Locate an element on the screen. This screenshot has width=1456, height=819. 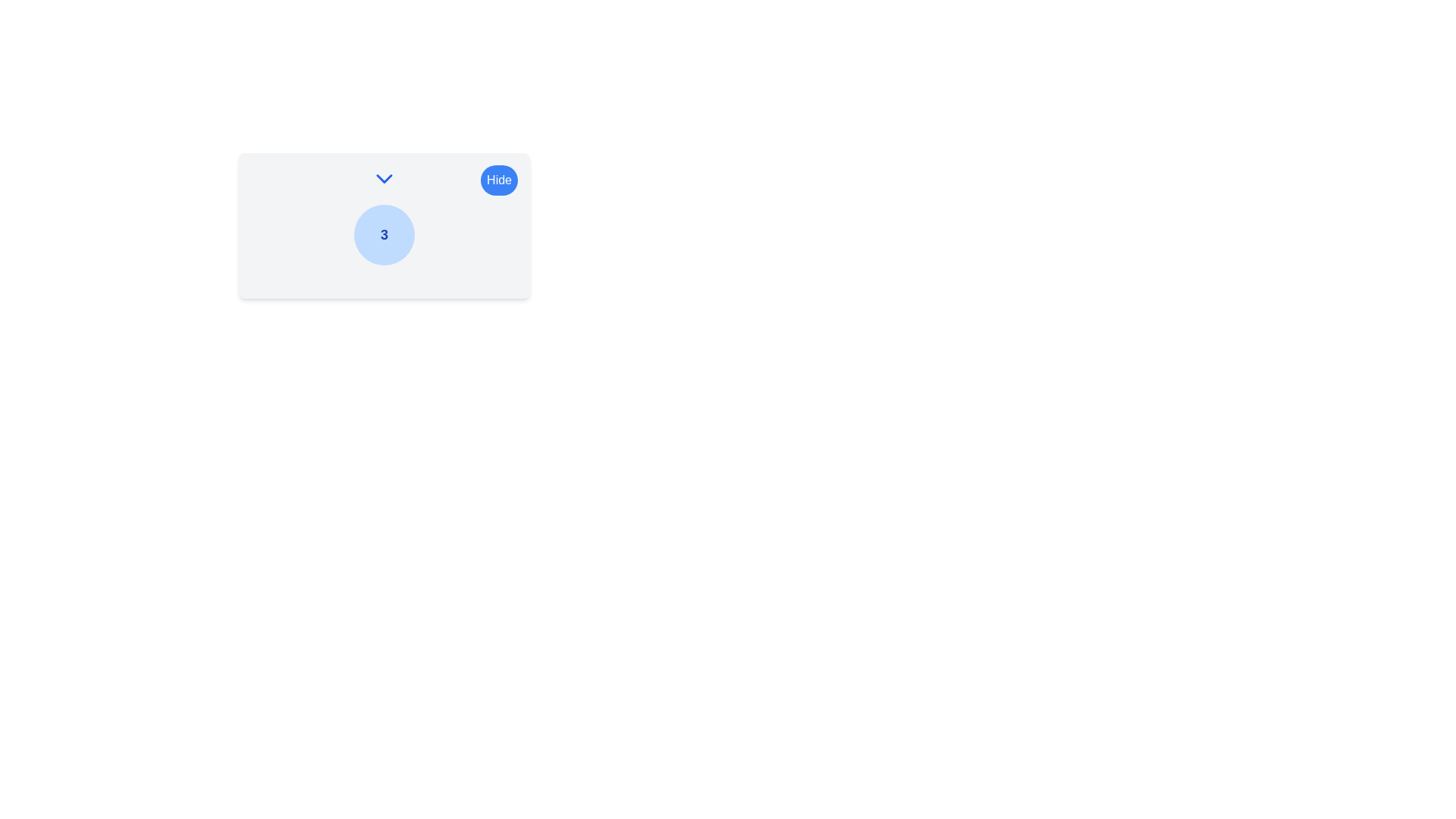
the arrow icon located at the upper-central part of the card section is located at coordinates (384, 177).